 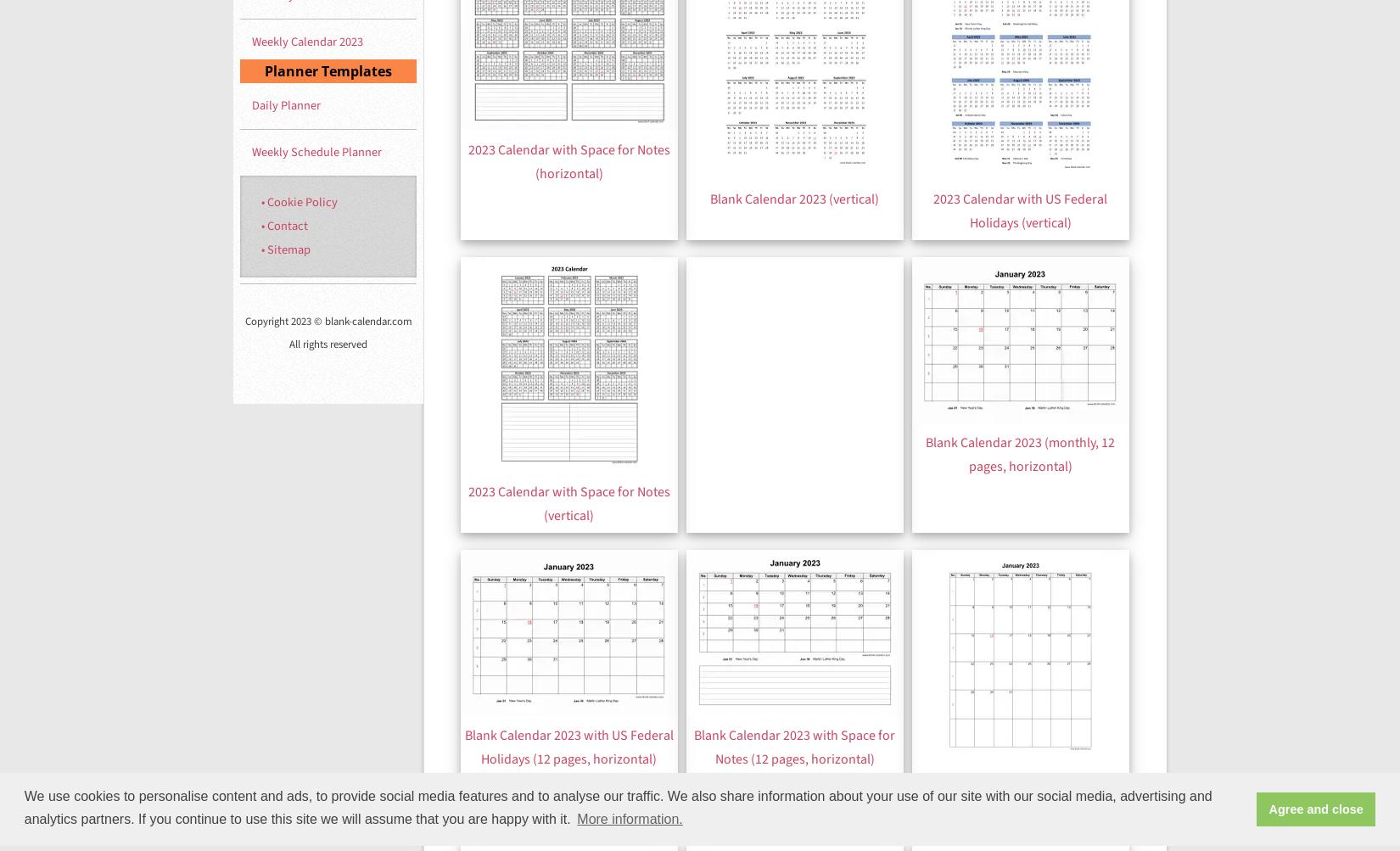 I want to click on 'Weekly Calendar 2023', so click(x=307, y=42).